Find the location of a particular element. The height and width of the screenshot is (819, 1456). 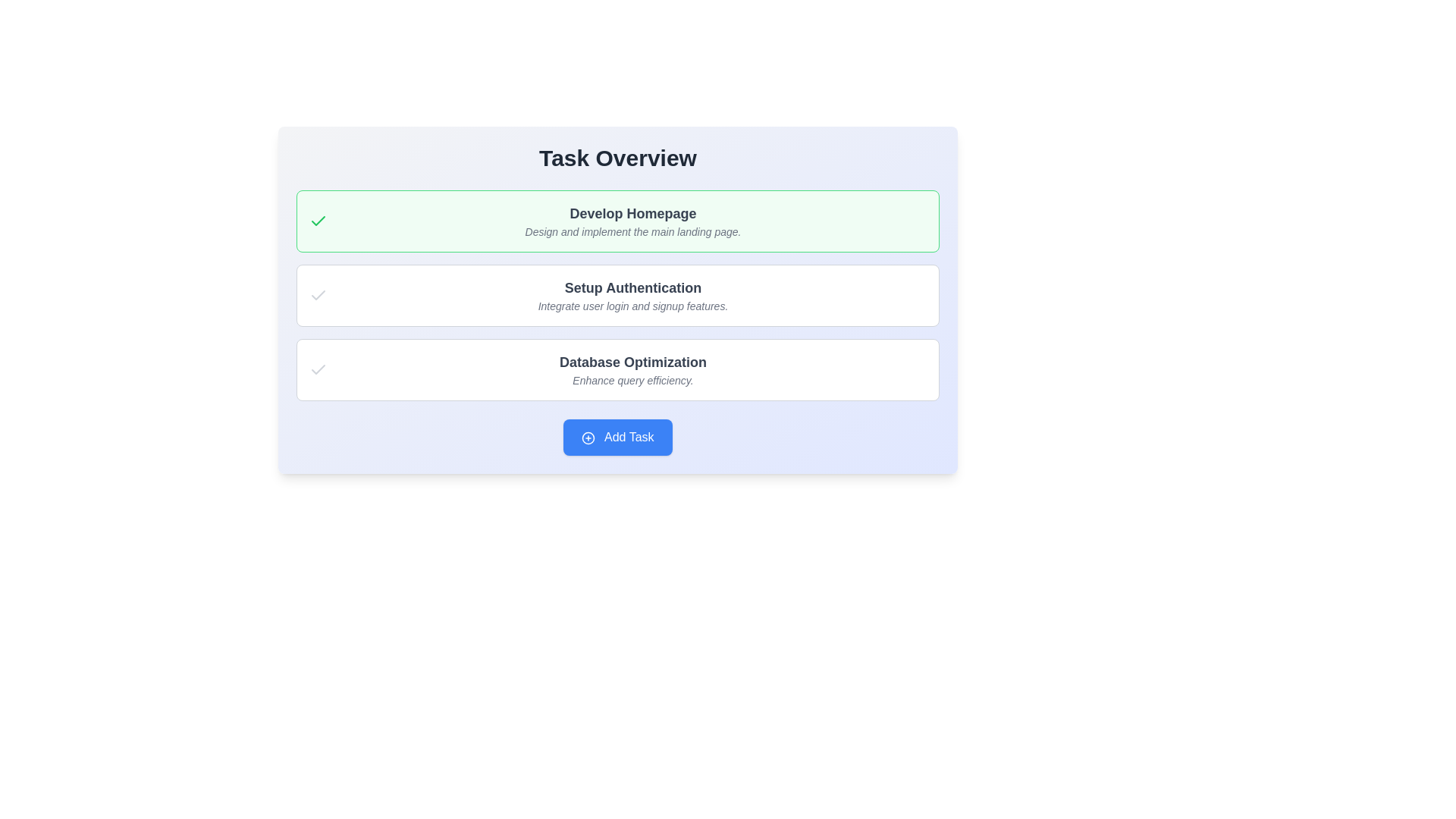

the task titled 'Develop Homepage' to view hover effects is located at coordinates (618, 221).